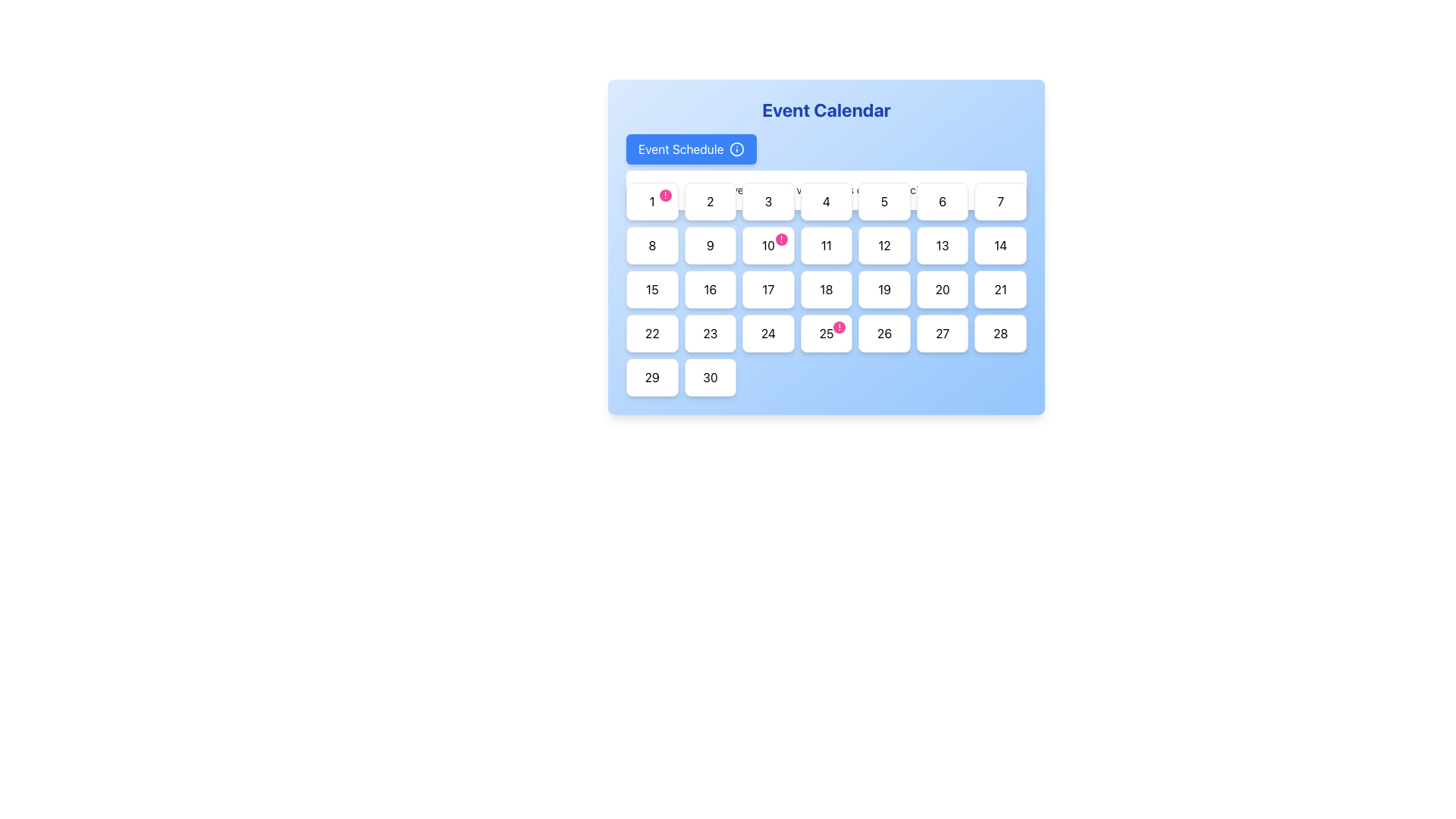  I want to click on the rectangular button with rounded corners, white background, and the numeral '7' centered, located in the first row and last column of the grid layout, so click(1000, 201).